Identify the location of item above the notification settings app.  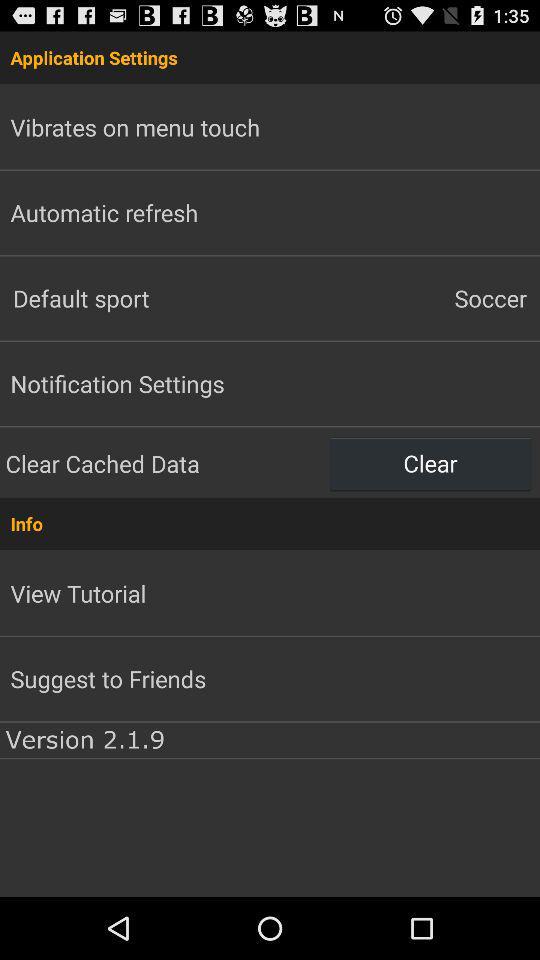
(135, 297).